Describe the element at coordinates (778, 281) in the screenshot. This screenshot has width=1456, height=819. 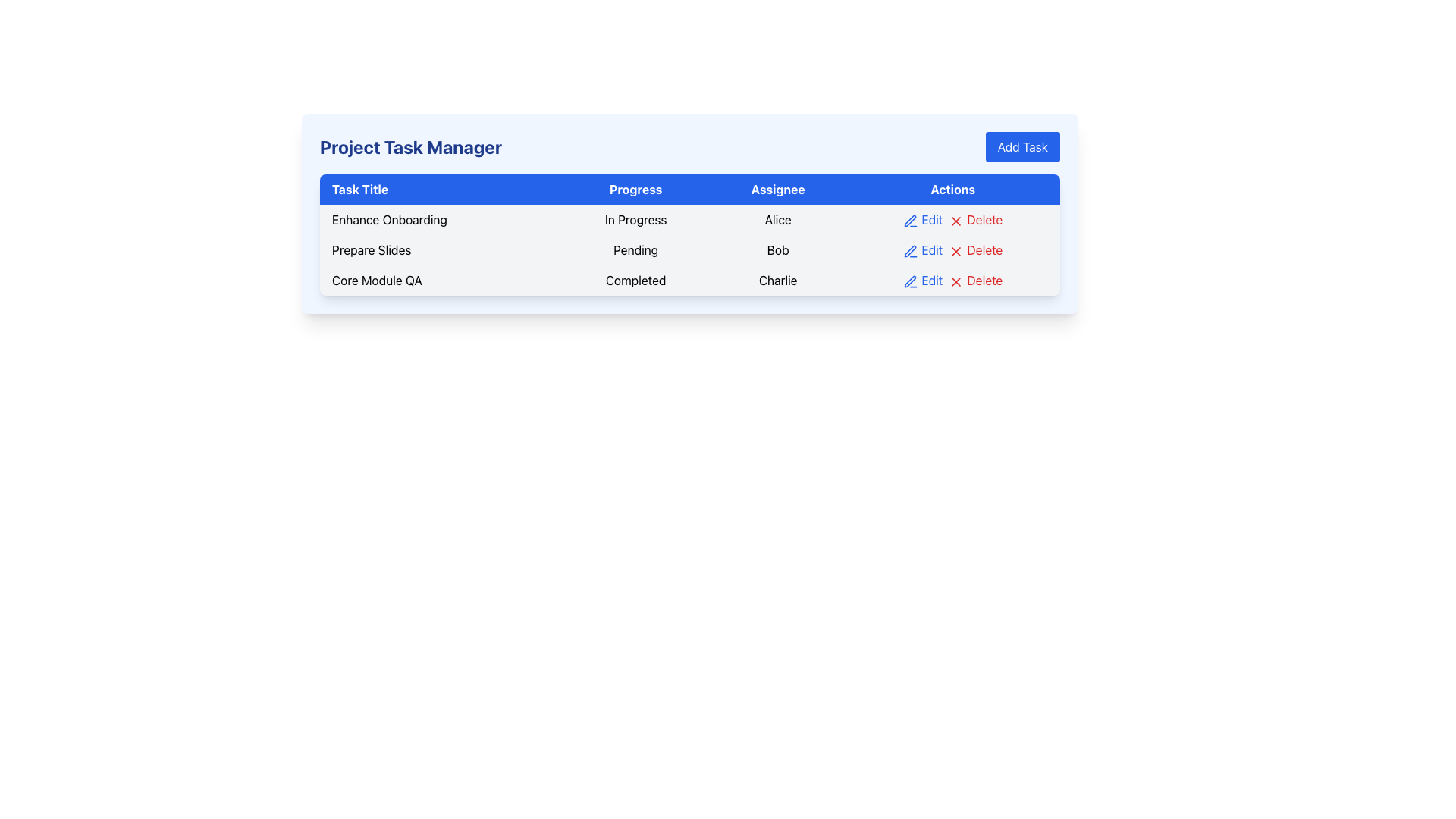
I see `the text label reading 'Charlie' in the third row of the table under the 'Assignee' column to possibly view additional details` at that location.